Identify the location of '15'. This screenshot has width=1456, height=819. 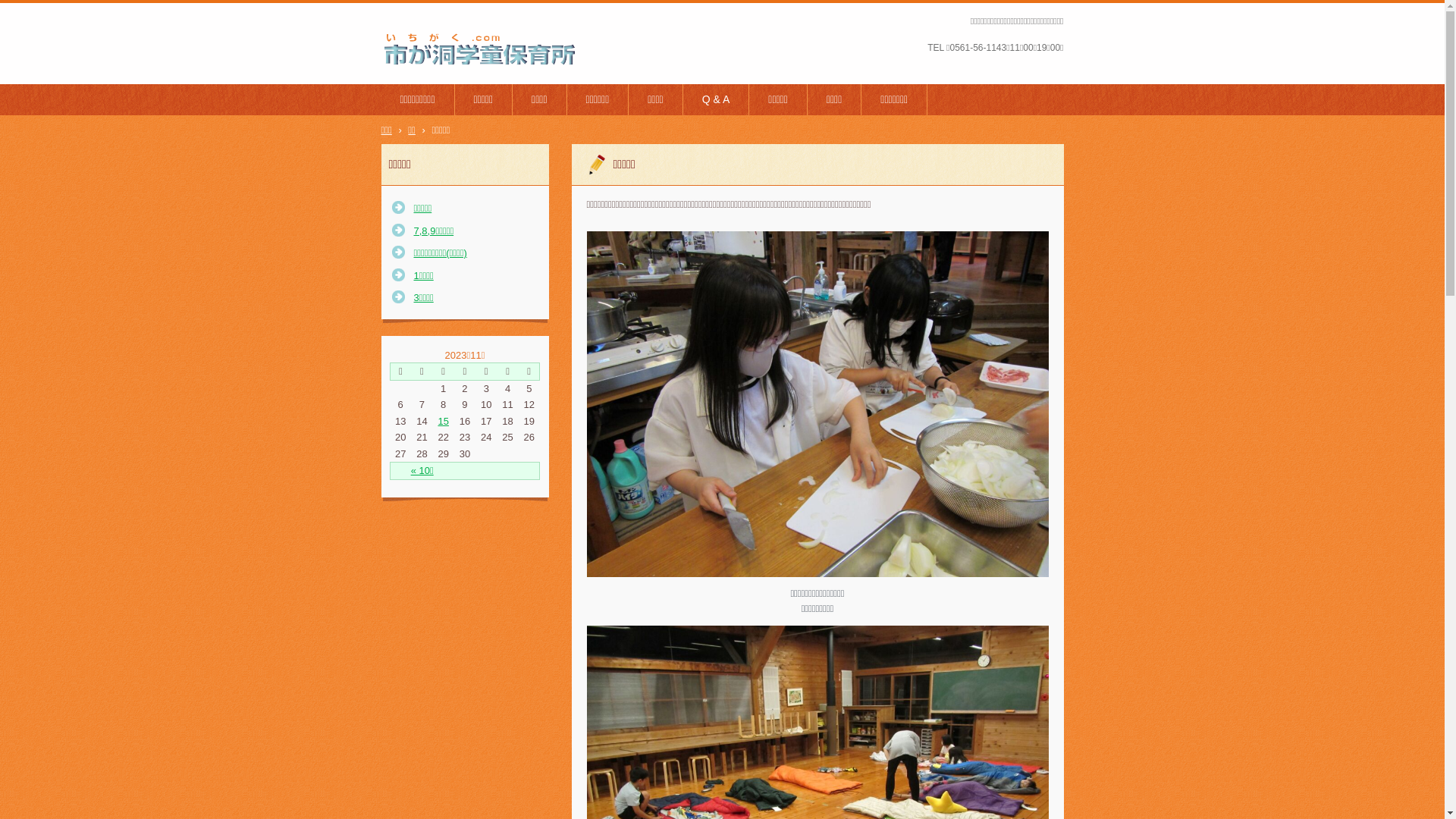
(442, 421).